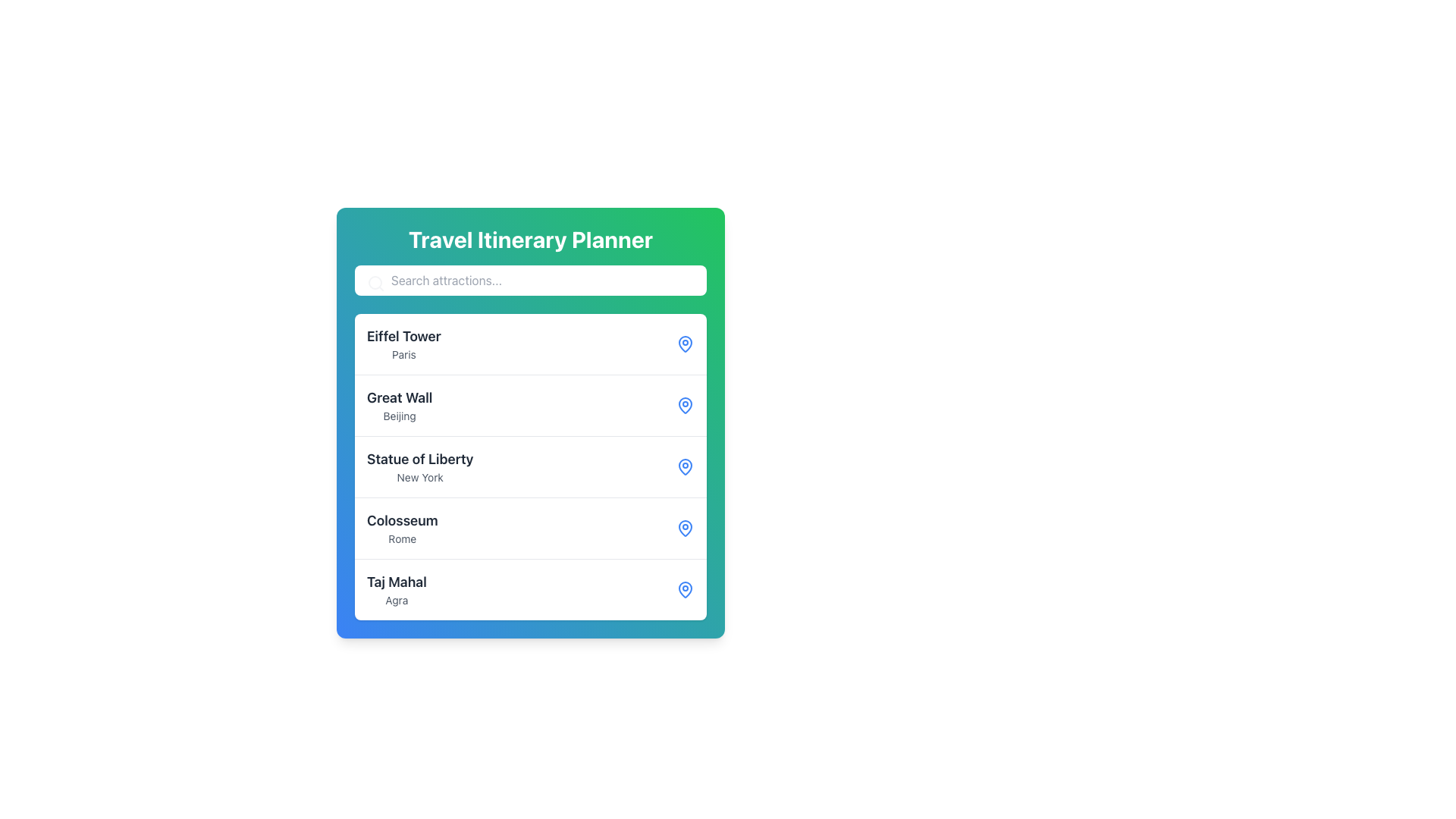 This screenshot has width=1456, height=819. What do you see at coordinates (397, 589) in the screenshot?
I see `the list item with the name 'Taj Mahal' and location 'Agra'` at bounding box center [397, 589].